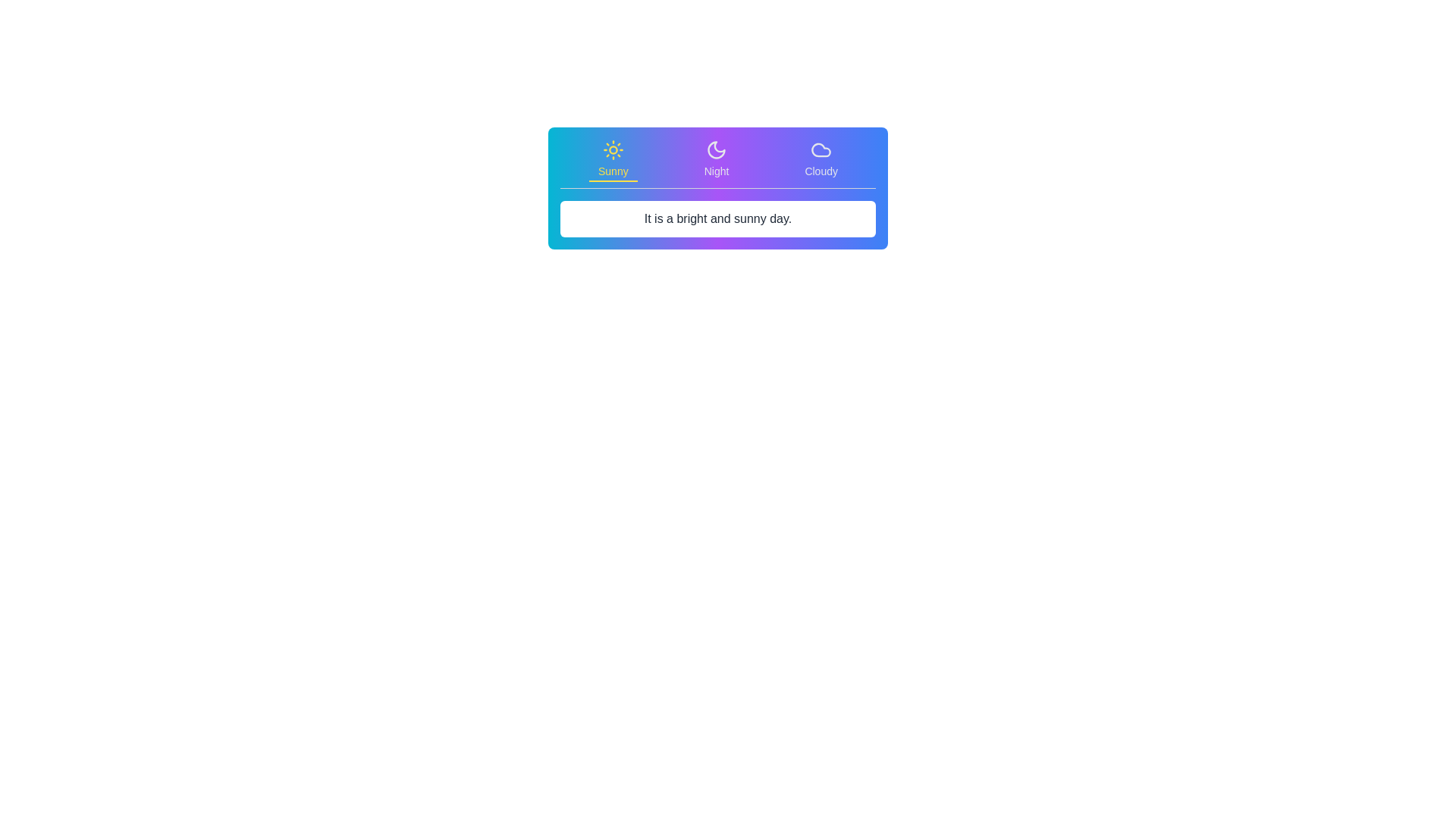  I want to click on the decorative crescent moon icon located above the 'Night' text on a purple background, so click(716, 149).